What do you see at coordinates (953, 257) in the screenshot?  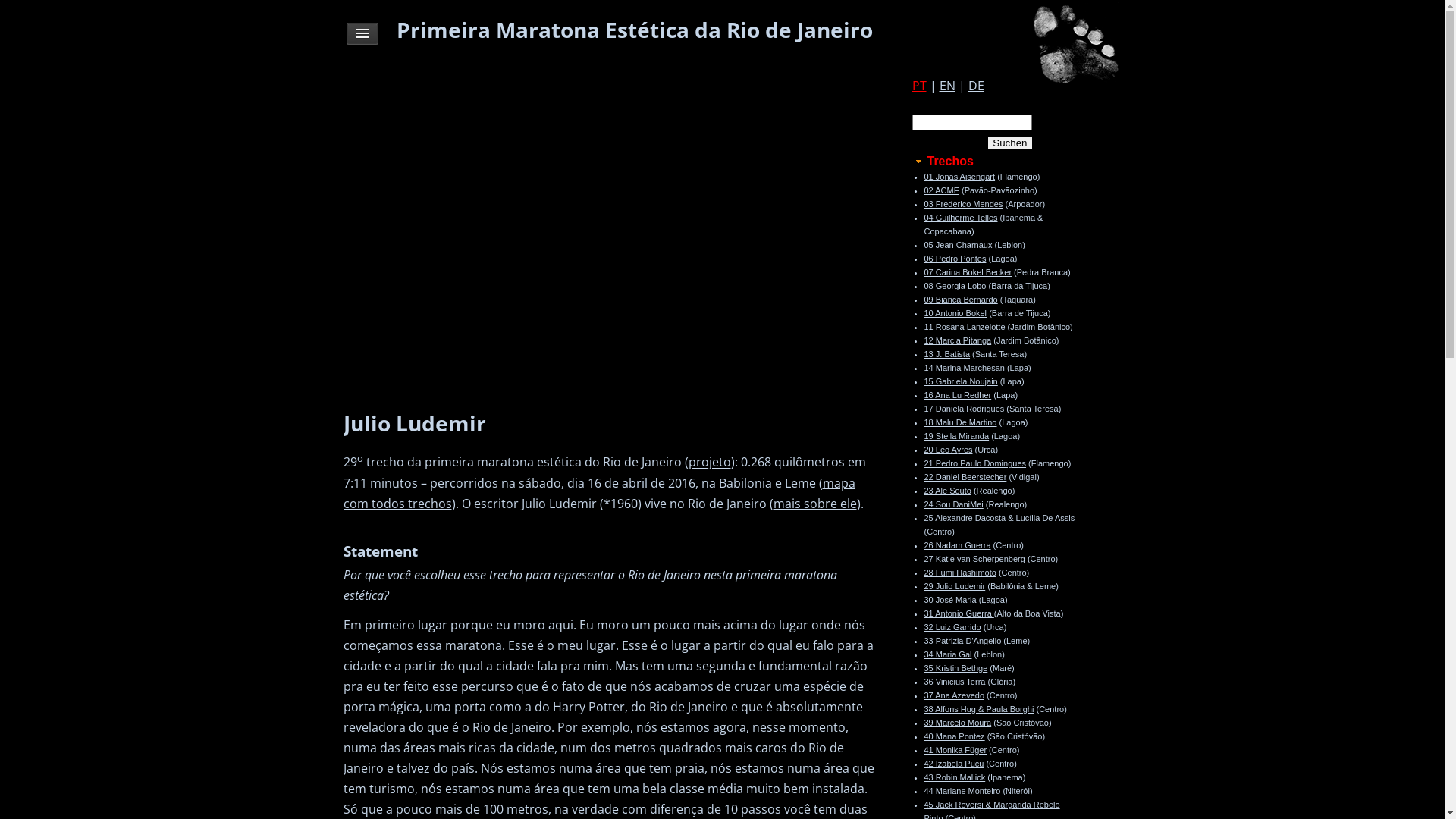 I see `'06 Pedro Pontes'` at bounding box center [953, 257].